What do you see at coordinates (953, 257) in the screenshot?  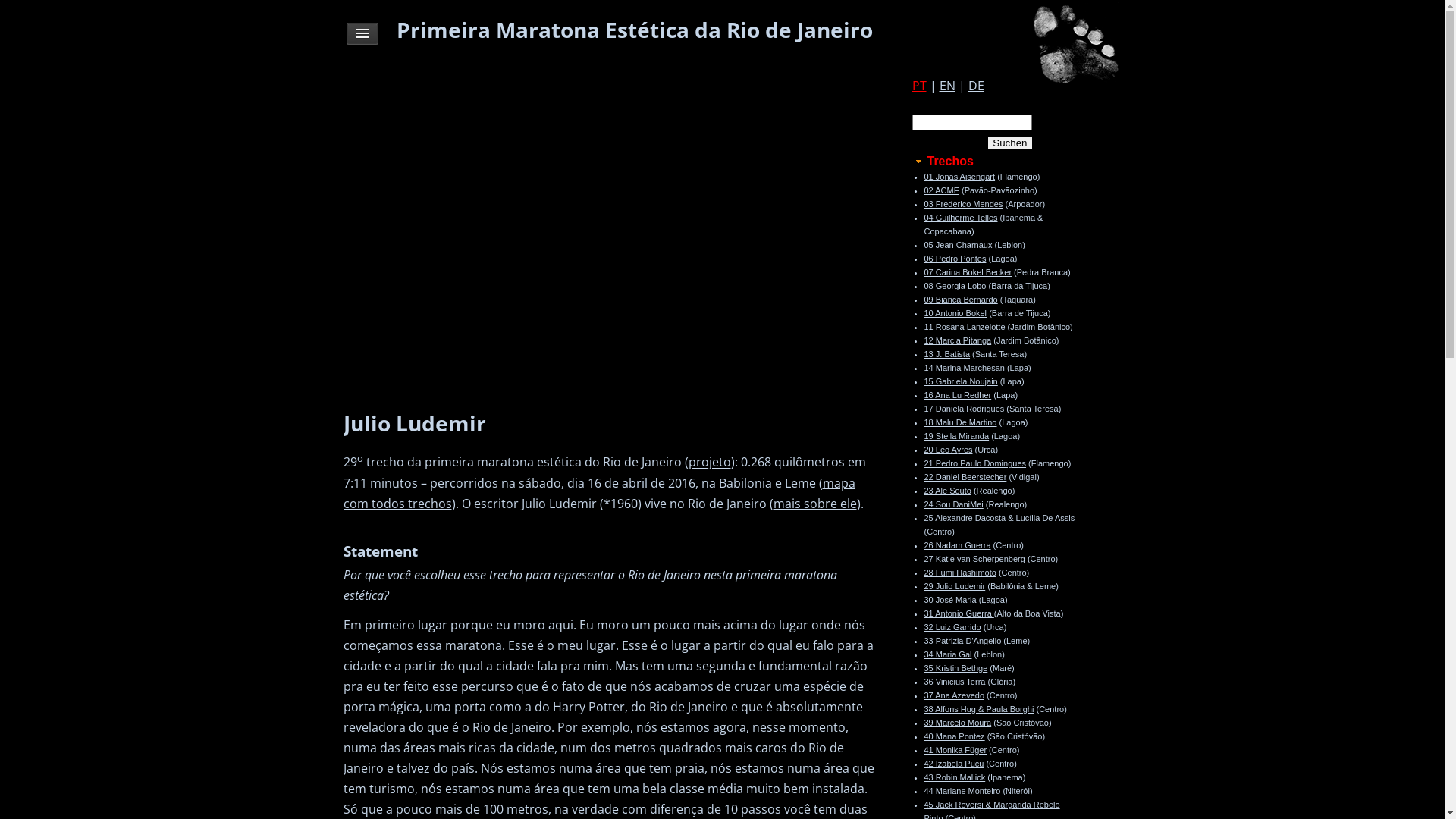 I see `'06 Pedro Pontes'` at bounding box center [953, 257].